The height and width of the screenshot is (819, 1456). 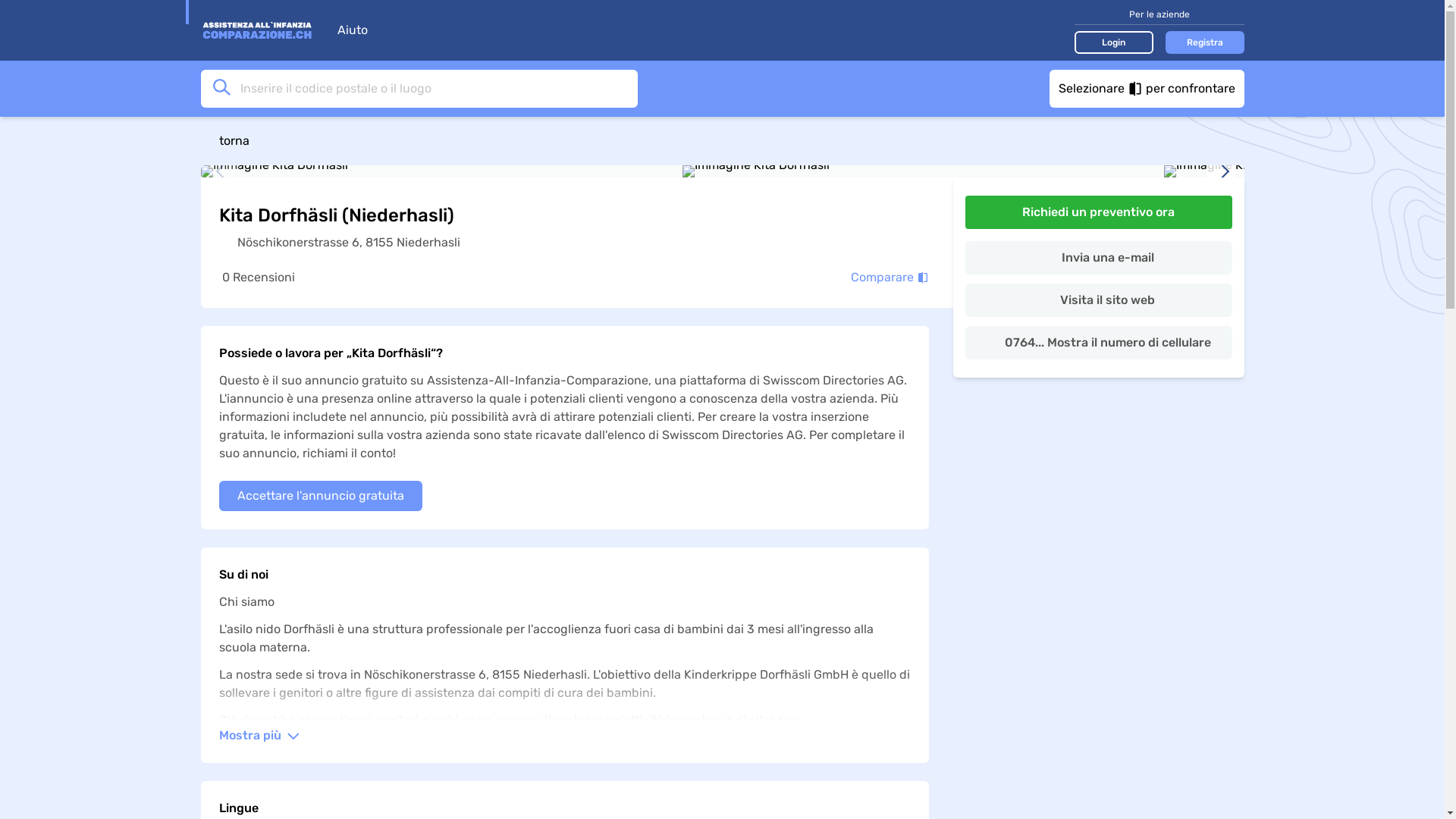 What do you see at coordinates (1164, 40) in the screenshot?
I see `'Registra'` at bounding box center [1164, 40].